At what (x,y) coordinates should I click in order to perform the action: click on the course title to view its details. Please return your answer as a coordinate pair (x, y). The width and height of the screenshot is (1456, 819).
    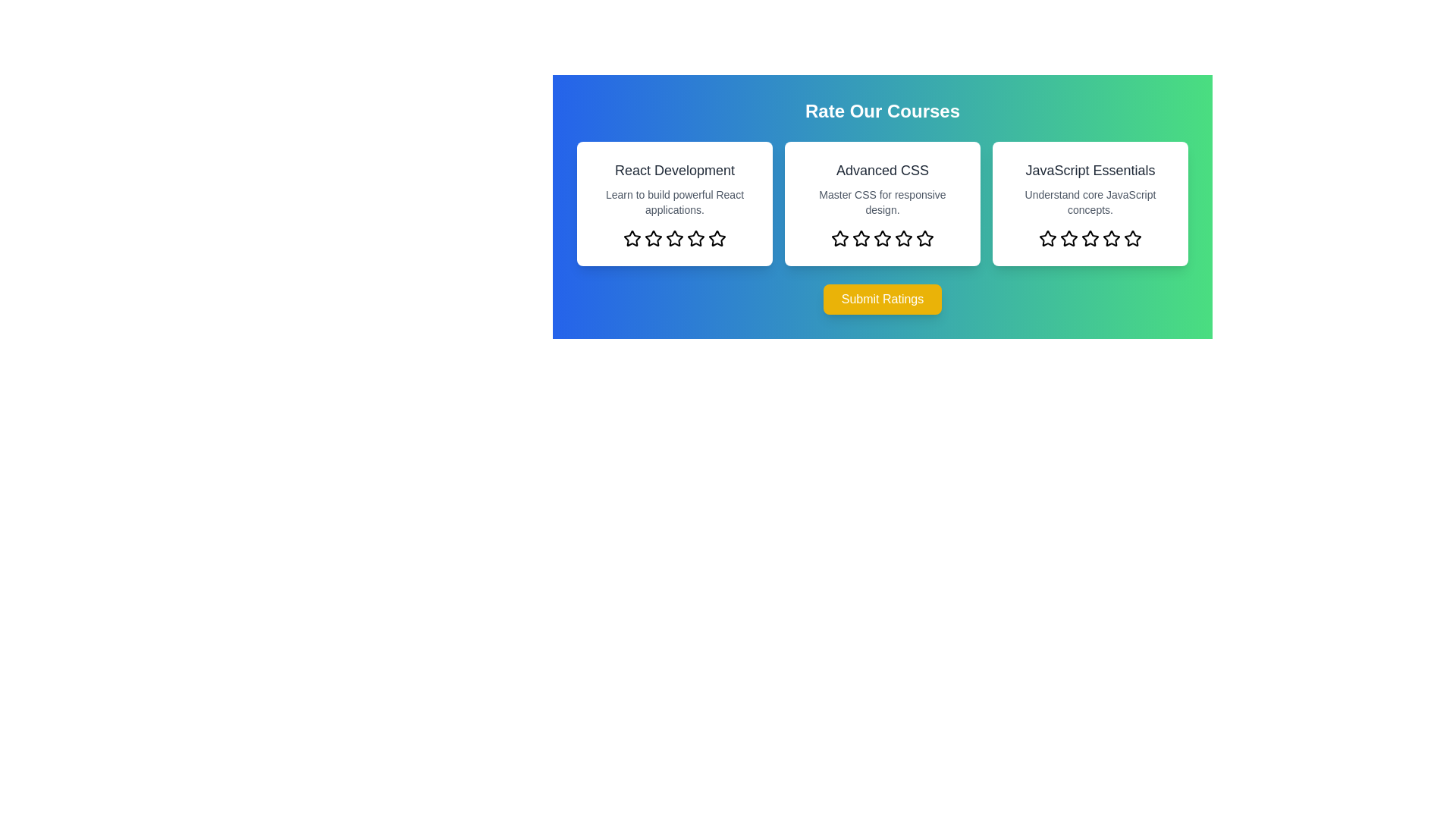
    Looking at the image, I should click on (673, 170).